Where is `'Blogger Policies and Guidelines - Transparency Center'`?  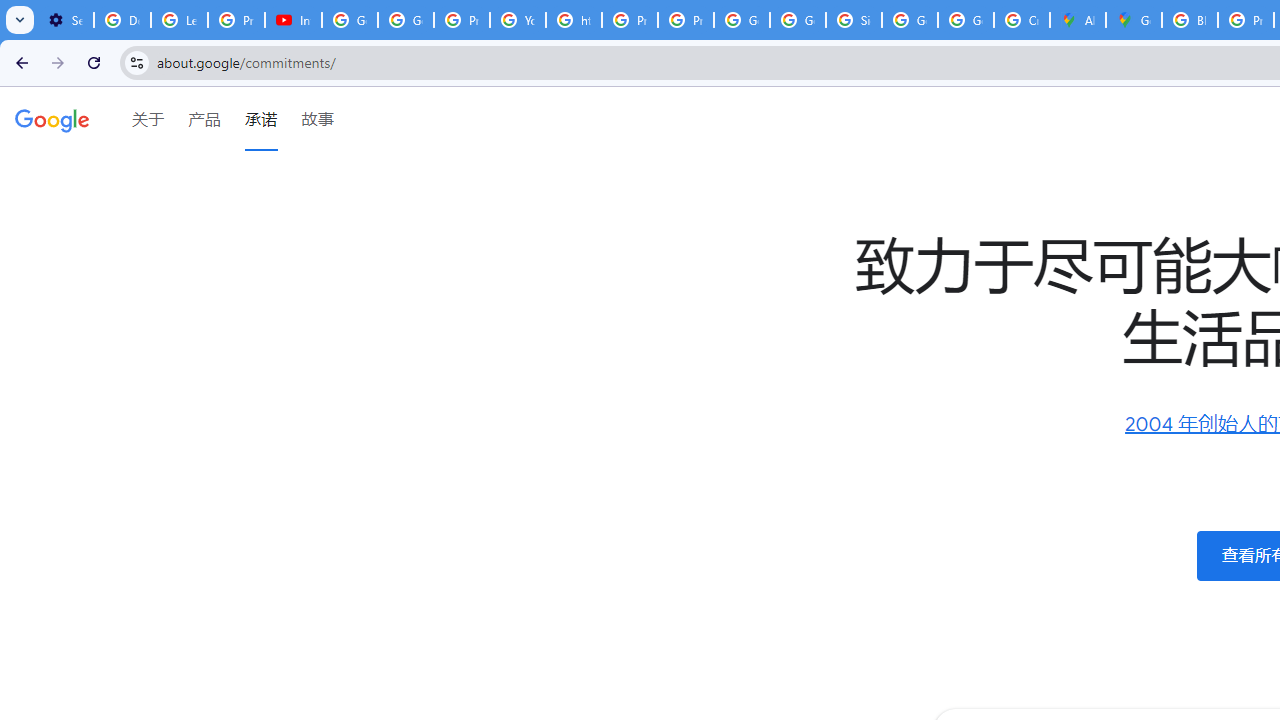
'Blogger Policies and Guidelines - Transparency Center' is located at coordinates (1190, 20).